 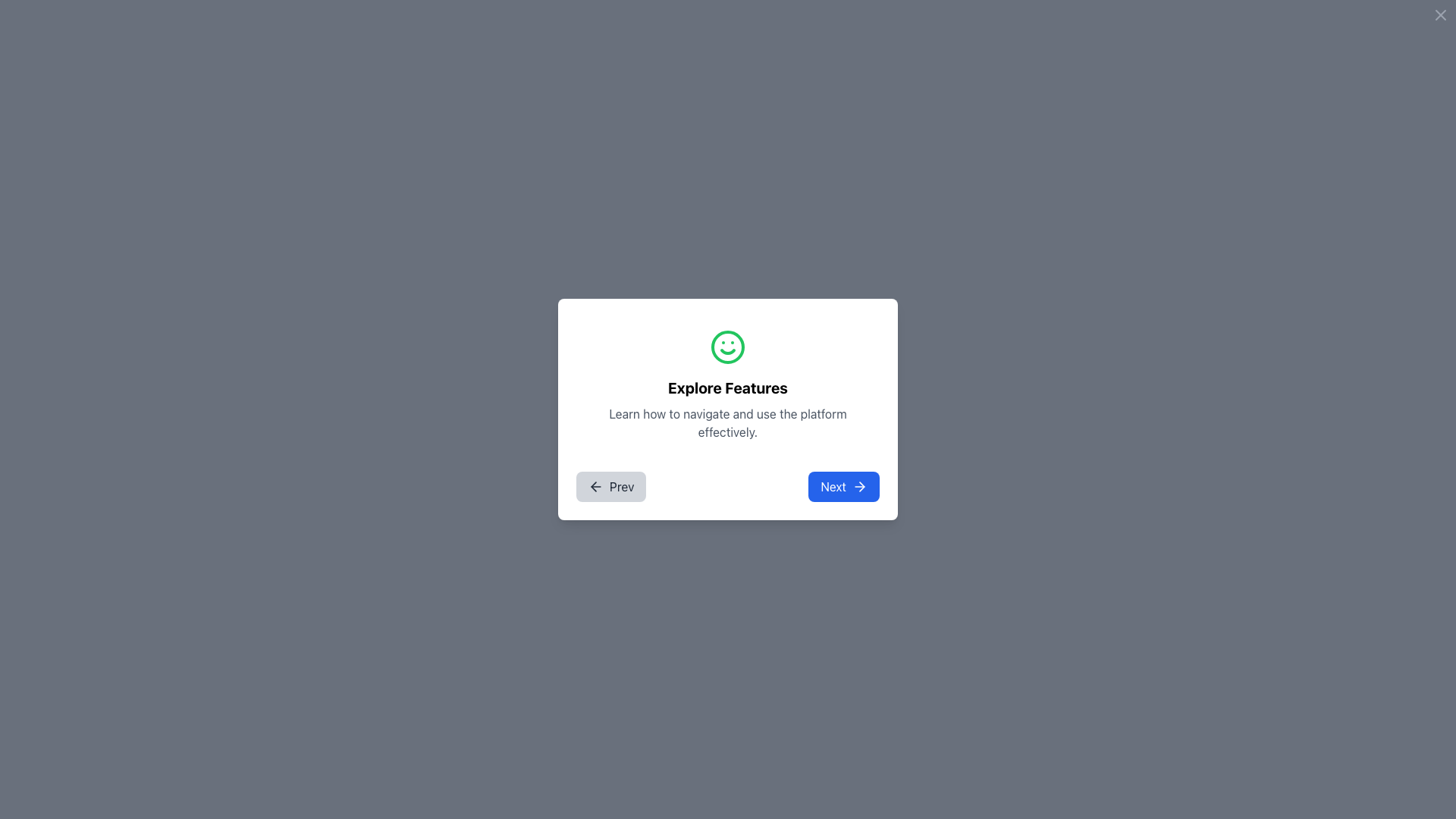 I want to click on the close button located at the top-right corner of the modal dialog to trigger a color change, so click(x=1440, y=14).